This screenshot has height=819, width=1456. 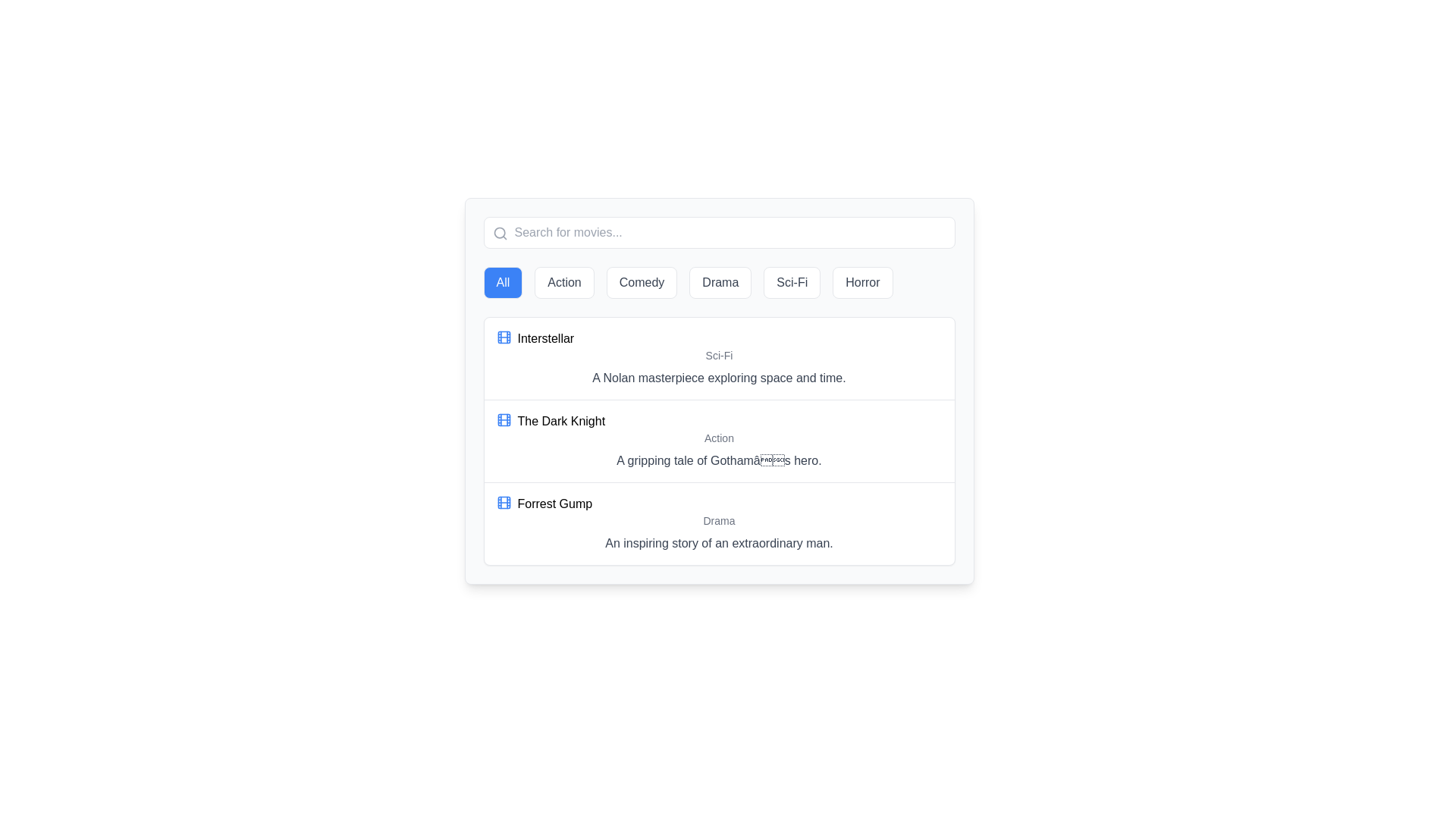 I want to click on the movie icon for 'Interstellar' that indicates it pertains to a movie or film, located at the leftmost side before the movie's title text, so click(x=504, y=336).